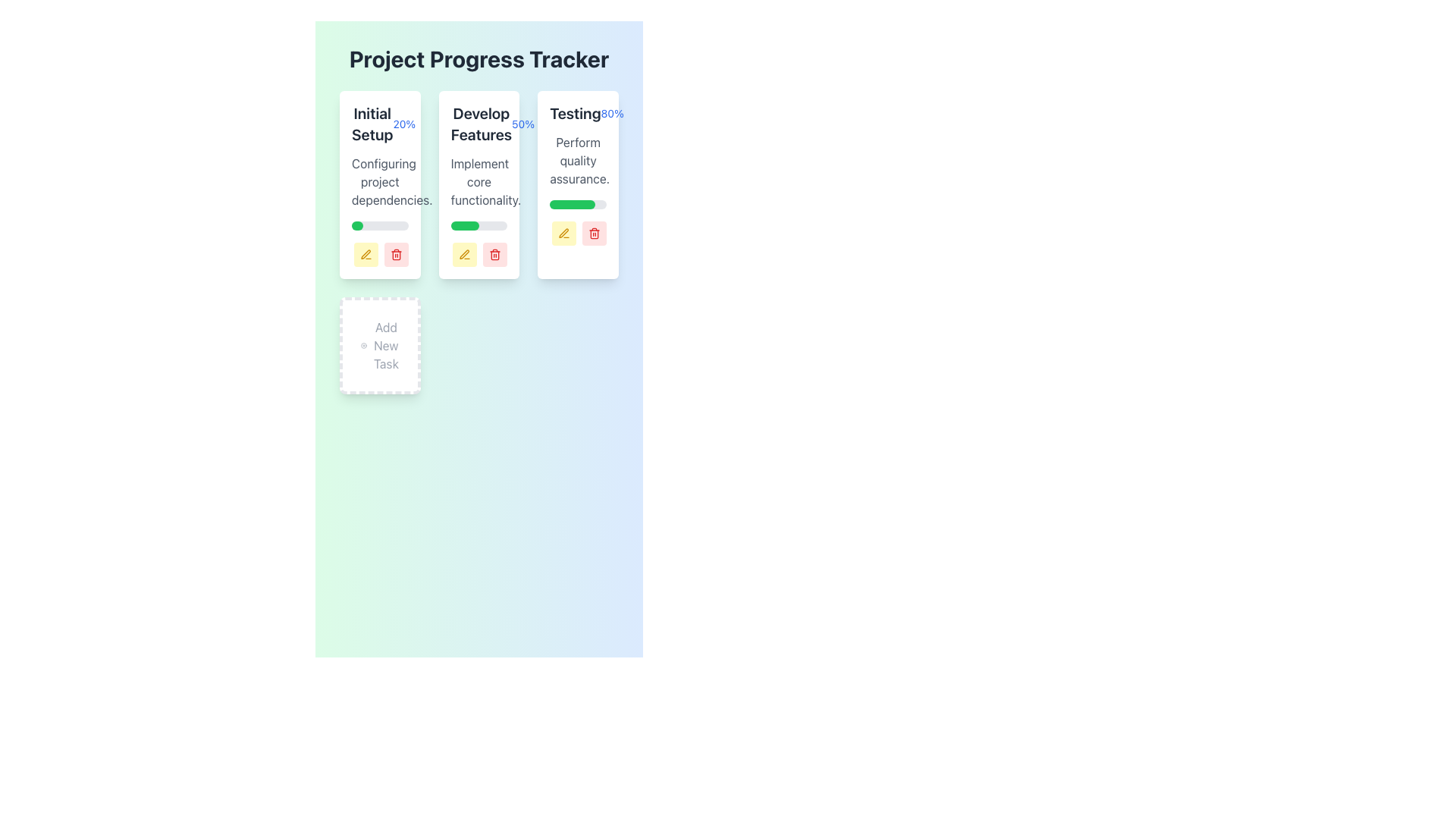 This screenshot has width=1456, height=819. I want to click on the progress status text label of the 'Develop Features' section, which is positioned at the top right of this section, near the section title, so click(523, 124).